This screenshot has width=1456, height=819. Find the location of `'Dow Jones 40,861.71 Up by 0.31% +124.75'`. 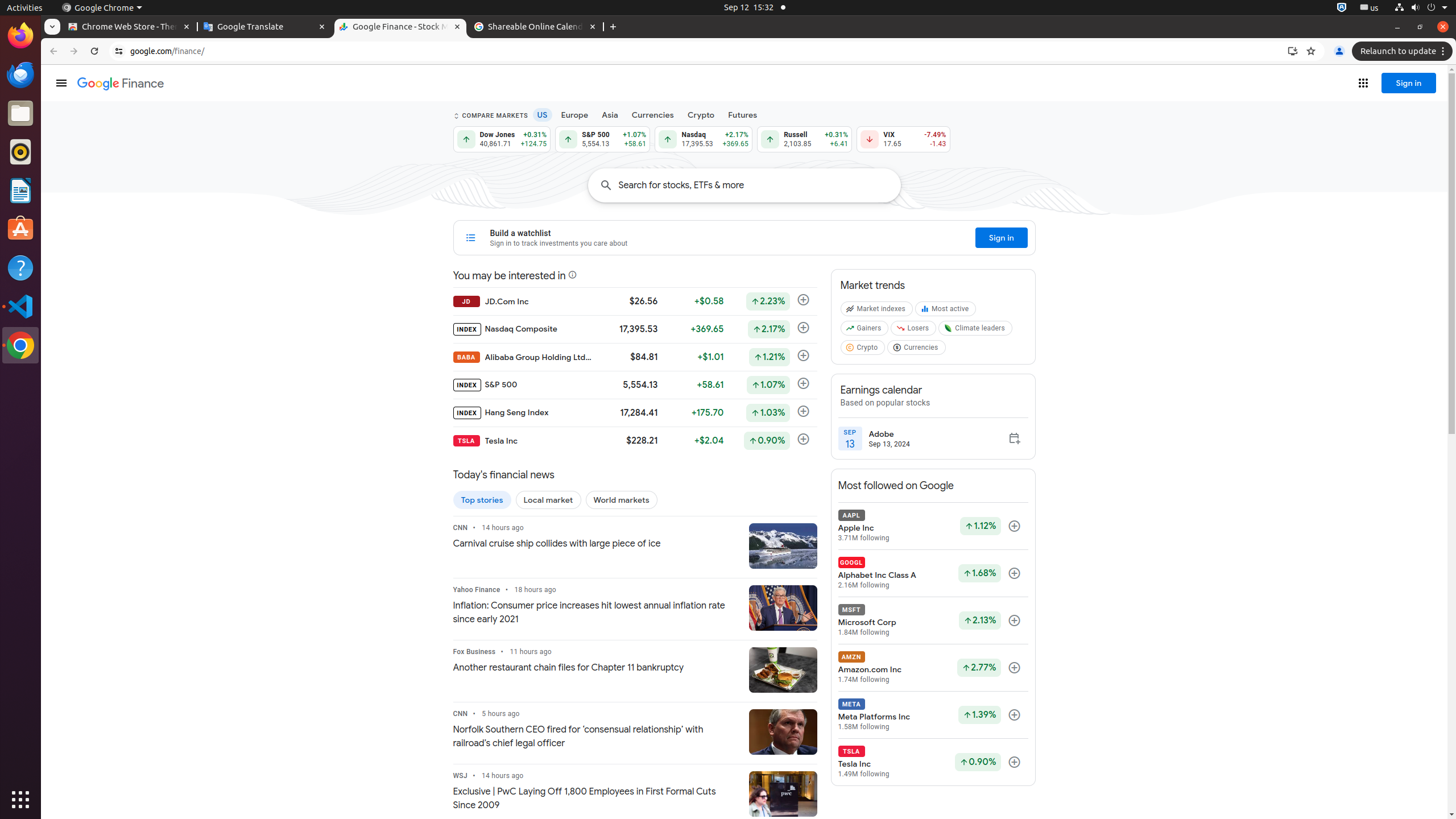

'Dow Jones 40,861.71 Up by 0.31% +124.75' is located at coordinates (501, 139).